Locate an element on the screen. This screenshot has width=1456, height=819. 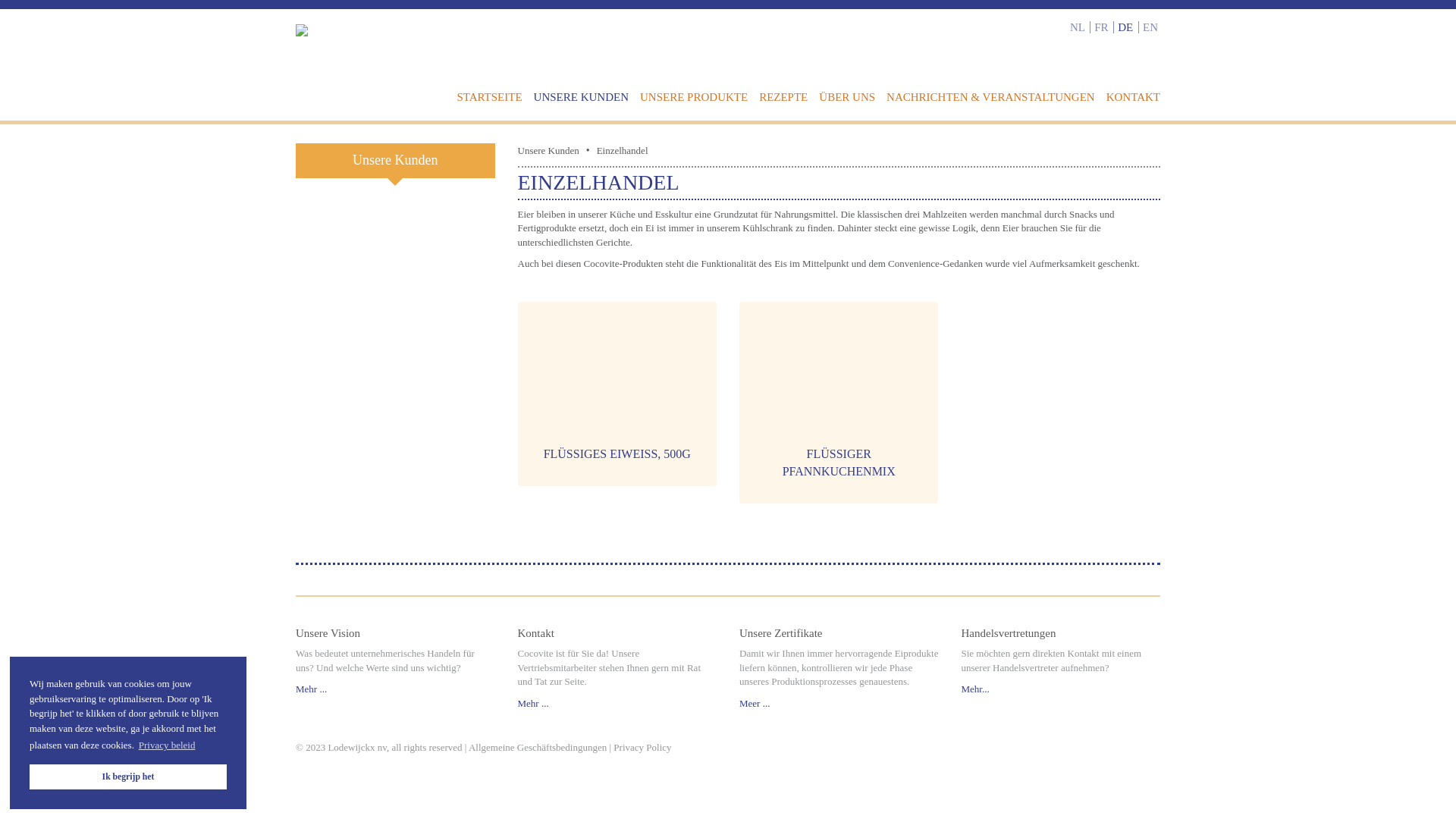
'Ik begrijp het' is located at coordinates (127, 777).